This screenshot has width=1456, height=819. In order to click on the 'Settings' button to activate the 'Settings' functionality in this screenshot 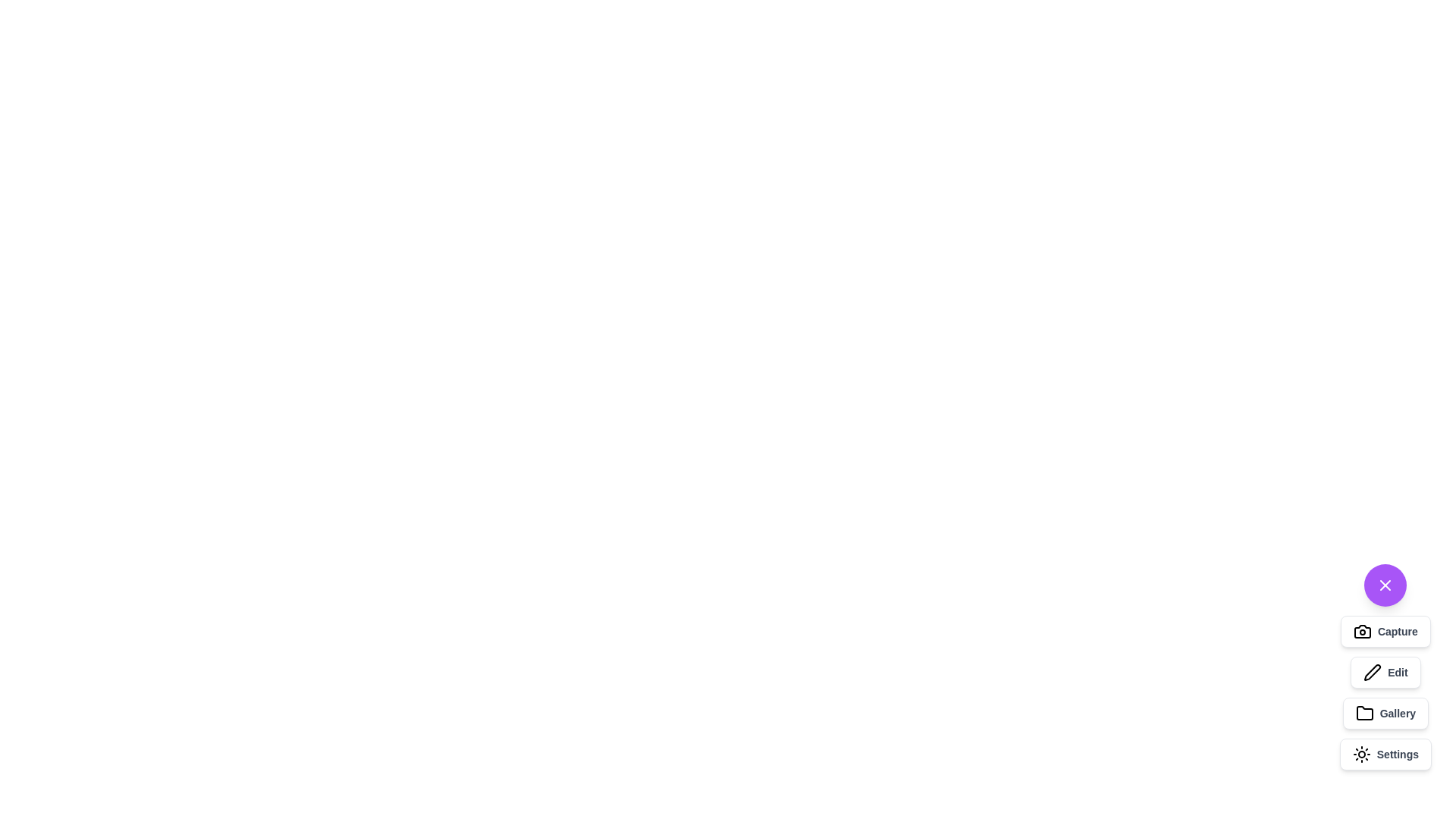, I will do `click(1385, 755)`.